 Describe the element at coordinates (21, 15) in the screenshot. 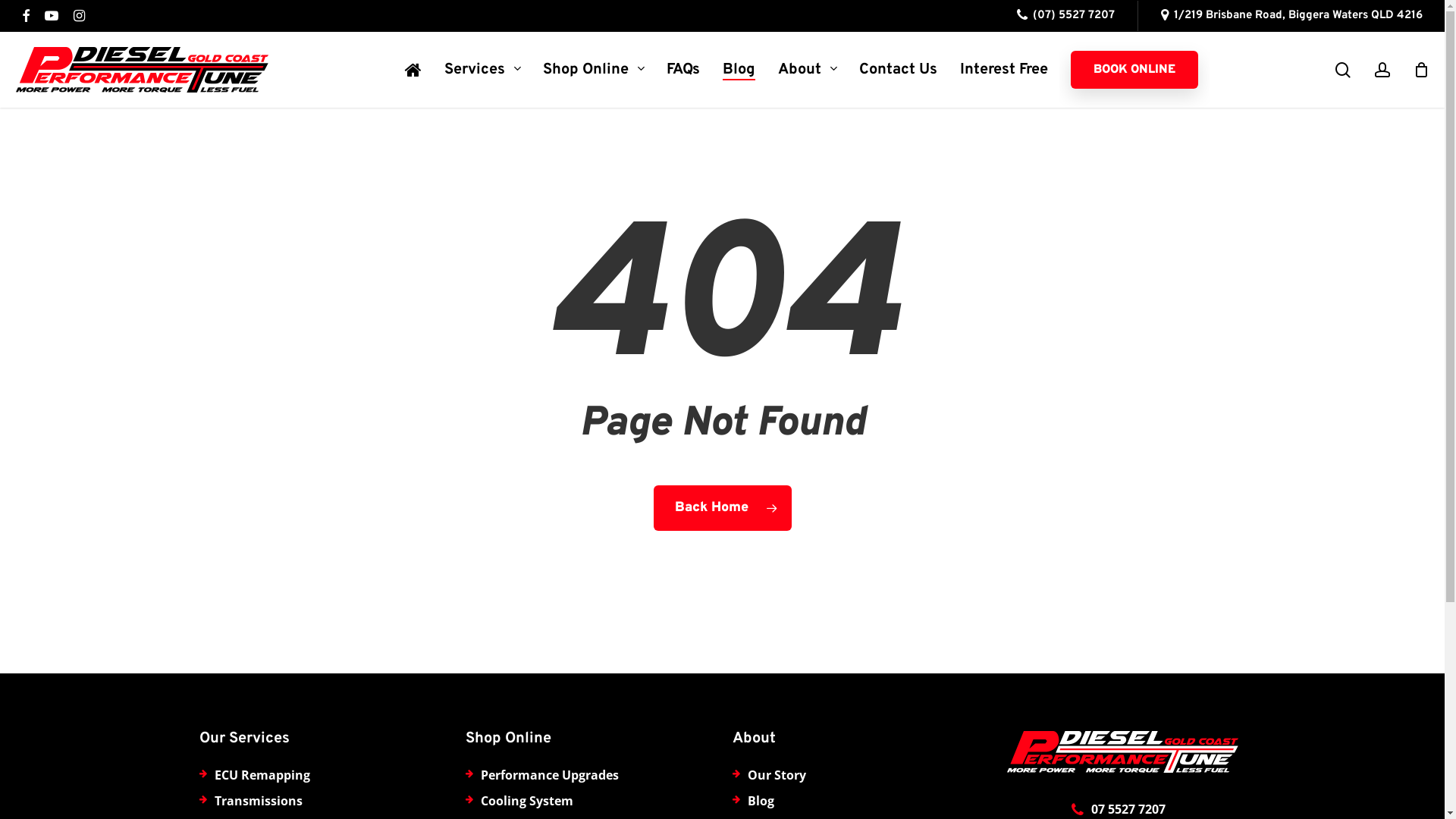

I see `'facebook'` at that location.